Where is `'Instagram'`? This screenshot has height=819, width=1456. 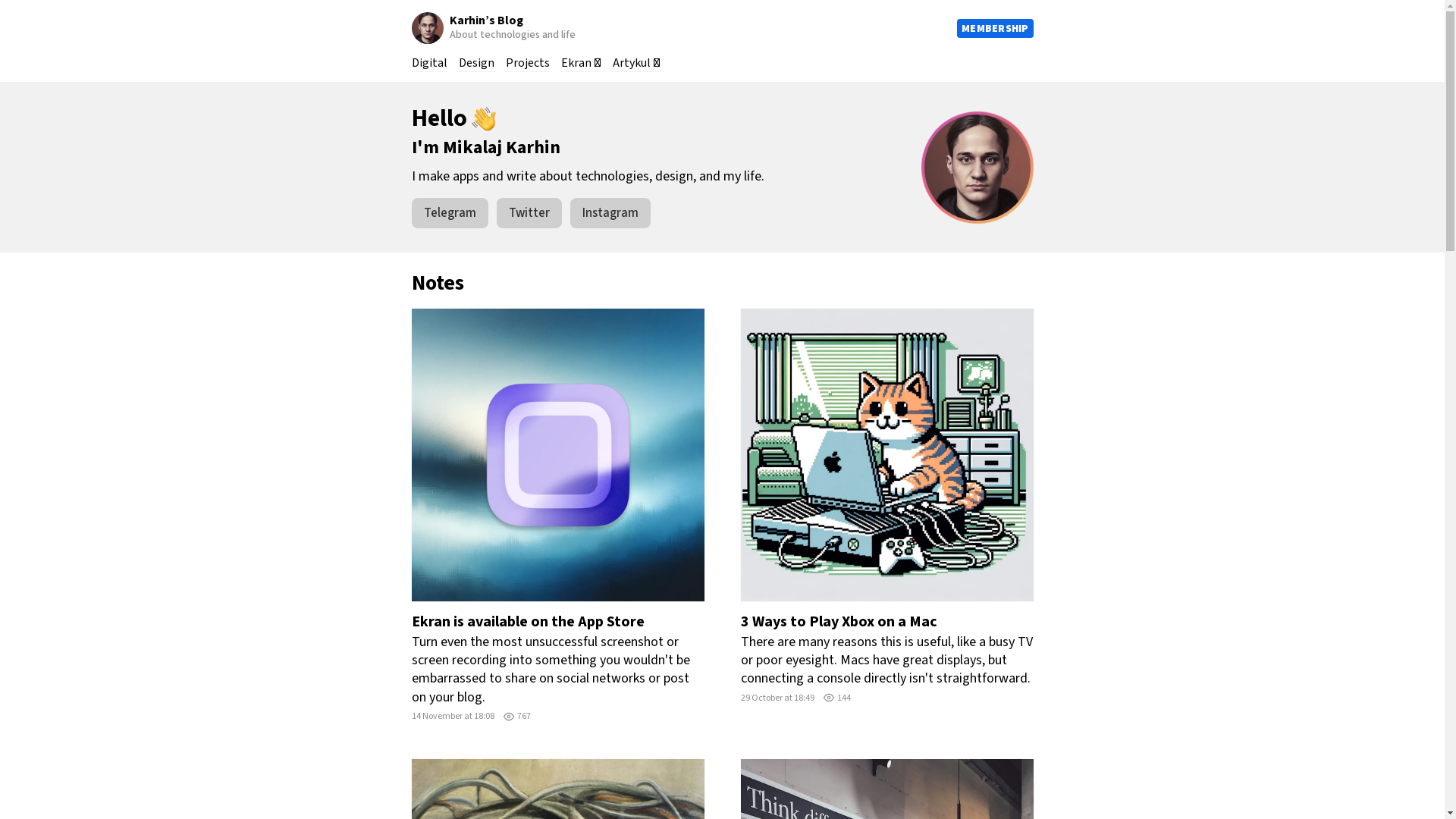
'Instagram' is located at coordinates (610, 213).